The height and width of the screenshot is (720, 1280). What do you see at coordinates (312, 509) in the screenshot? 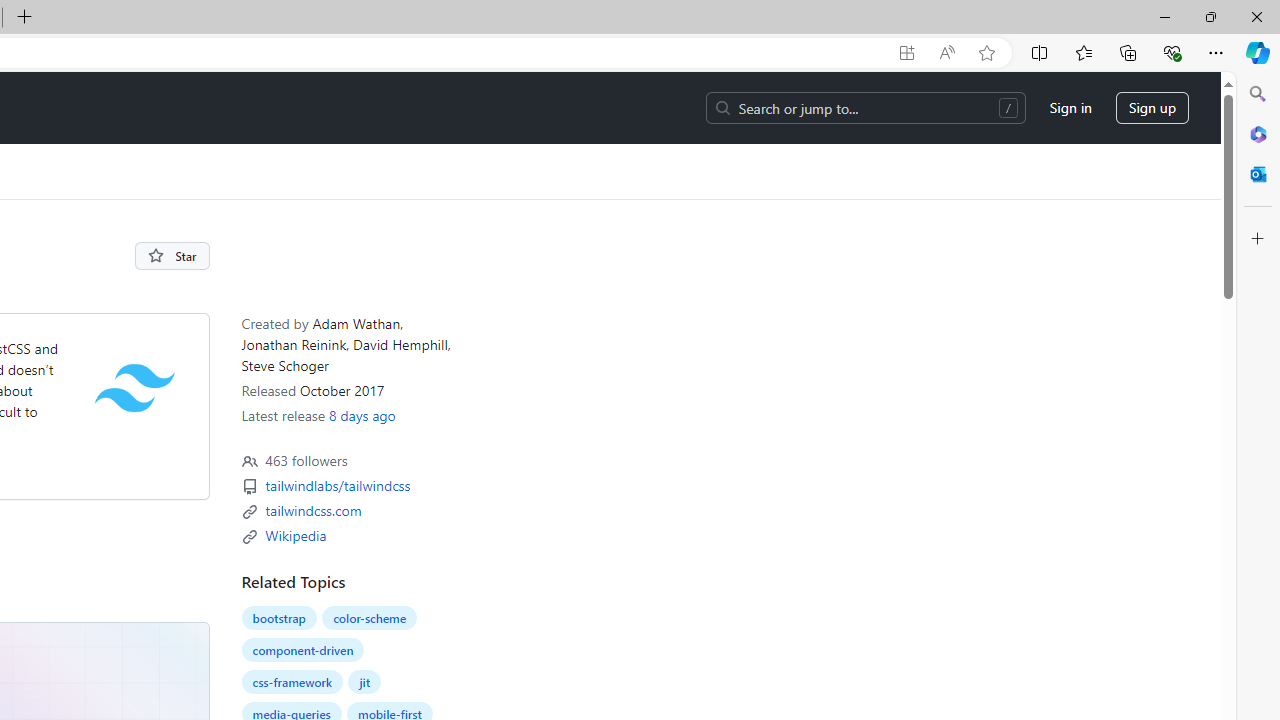
I see `'tailwindcss.com'` at bounding box center [312, 509].